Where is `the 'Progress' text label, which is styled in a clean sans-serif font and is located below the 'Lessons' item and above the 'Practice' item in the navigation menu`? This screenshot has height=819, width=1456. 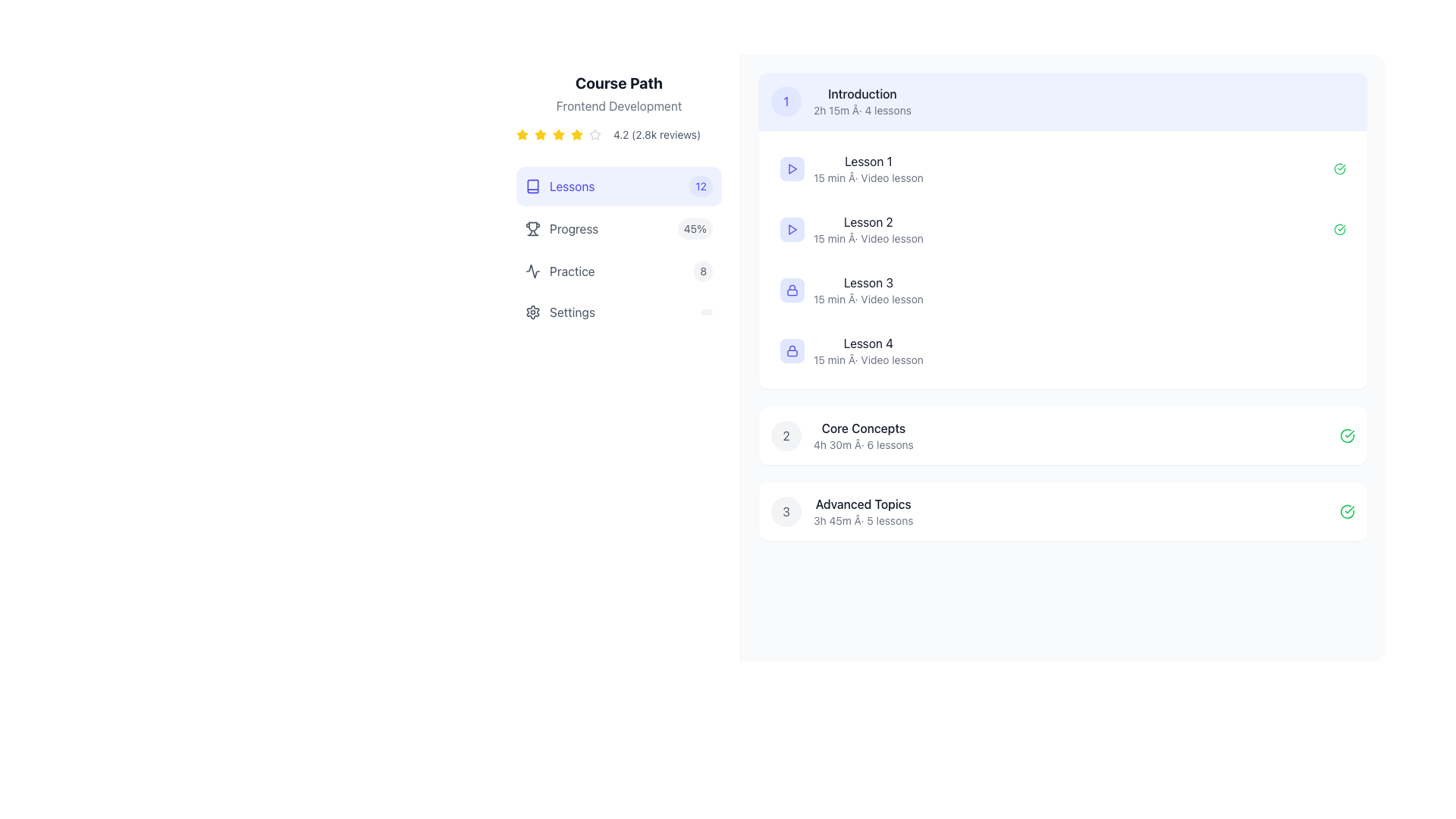 the 'Progress' text label, which is styled in a clean sans-serif font and is located below the 'Lessons' item and above the 'Practice' item in the navigation menu is located at coordinates (573, 228).